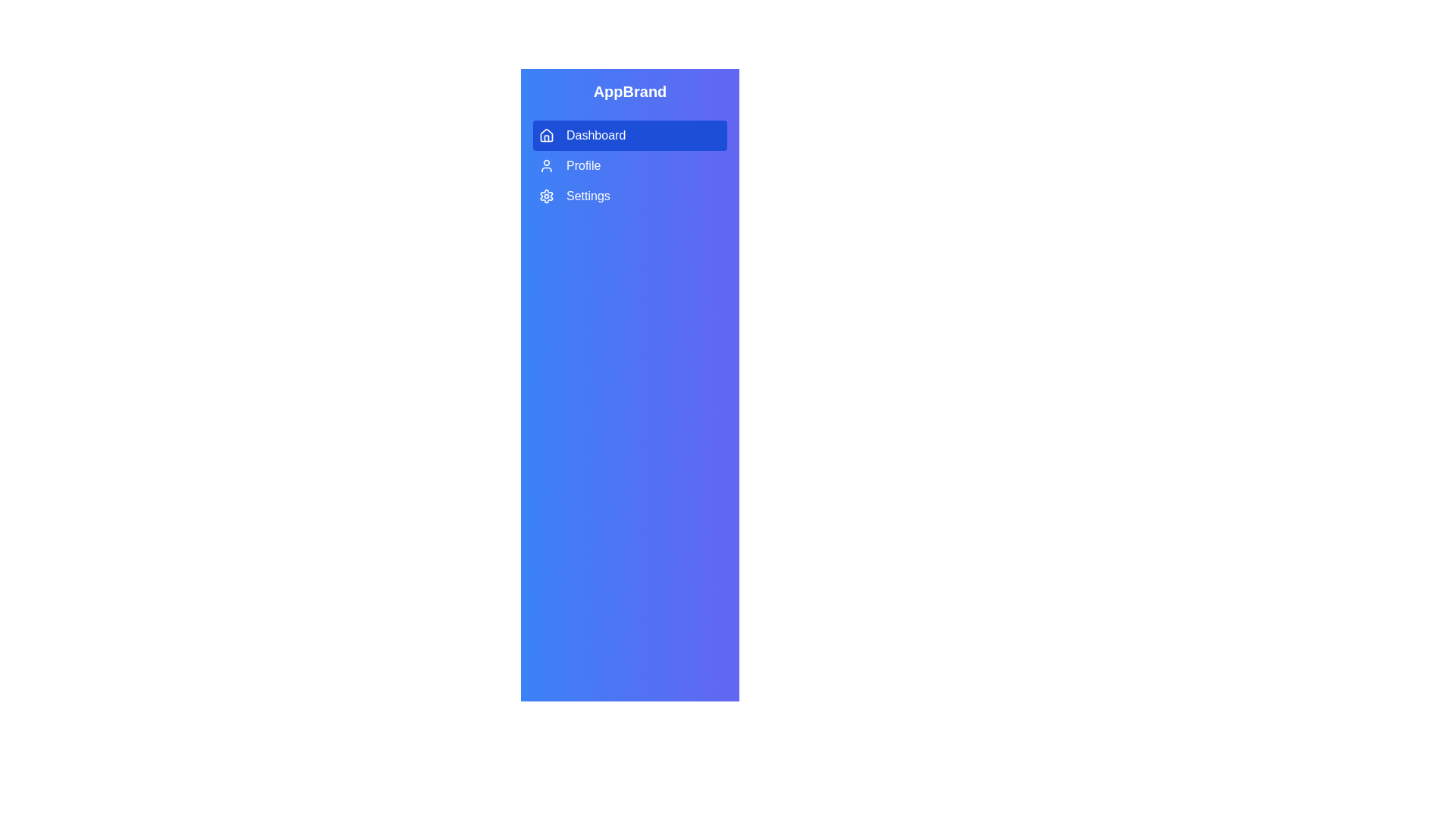 This screenshot has height=819, width=1456. What do you see at coordinates (629, 146) in the screenshot?
I see `the 'Dashboard' navigation link located in the vertical navigation panel under the branding header 'AppBrand'` at bounding box center [629, 146].